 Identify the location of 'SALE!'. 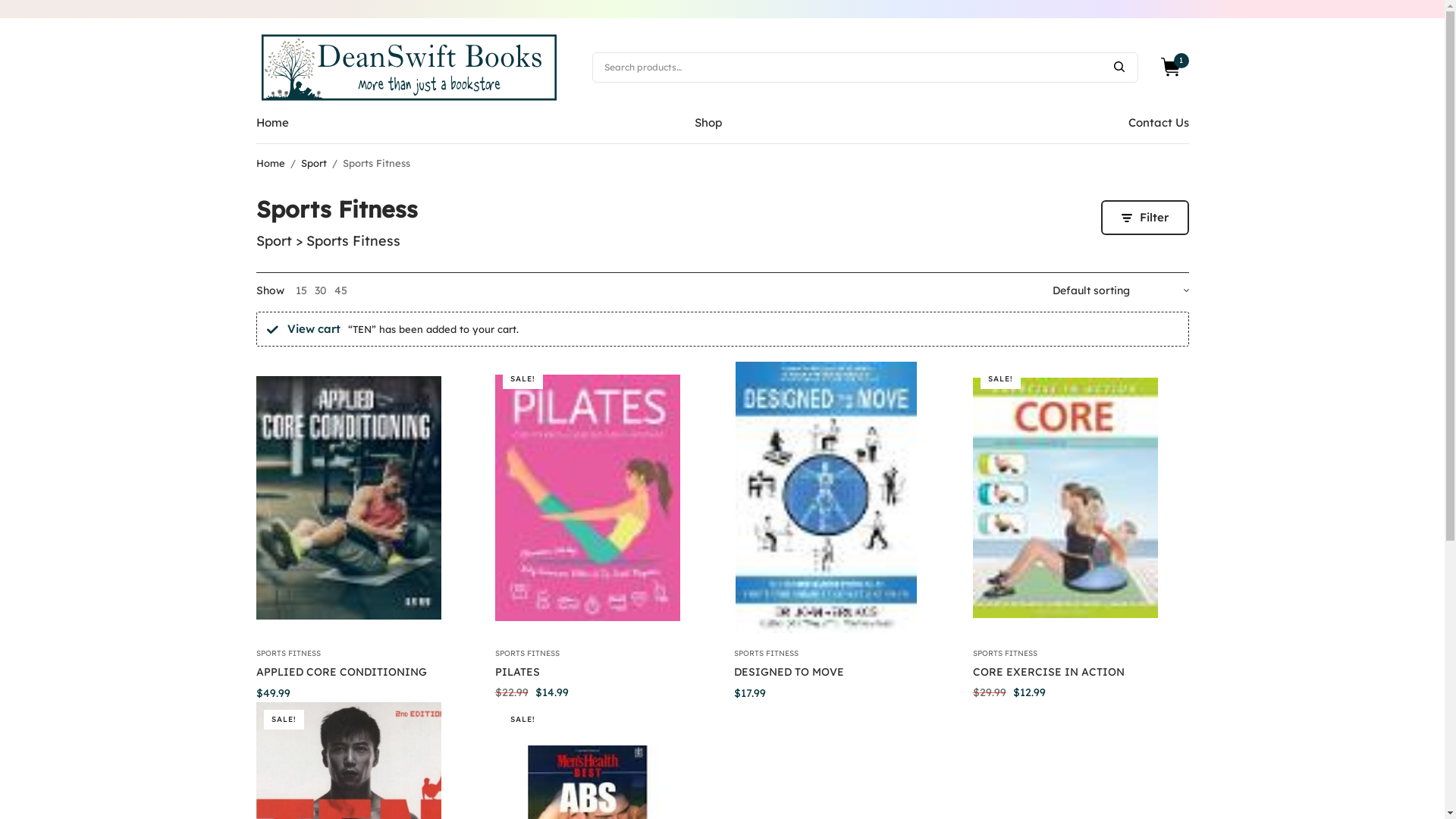
(1079, 497).